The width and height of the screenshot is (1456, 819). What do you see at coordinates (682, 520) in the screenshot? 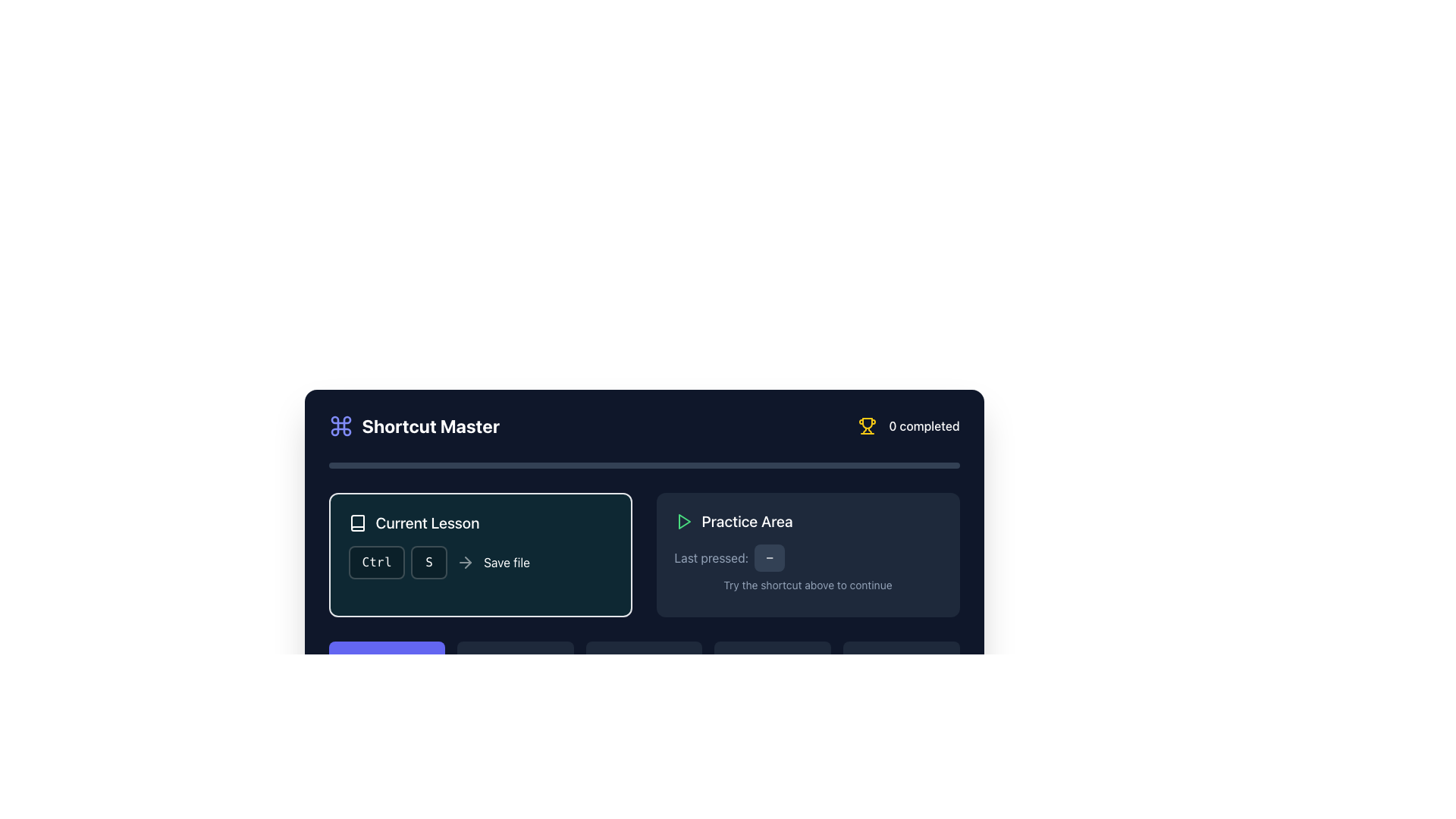
I see `the button that initiates the Practice Area feature, located to the left of the title 'Practice Area'` at bounding box center [682, 520].